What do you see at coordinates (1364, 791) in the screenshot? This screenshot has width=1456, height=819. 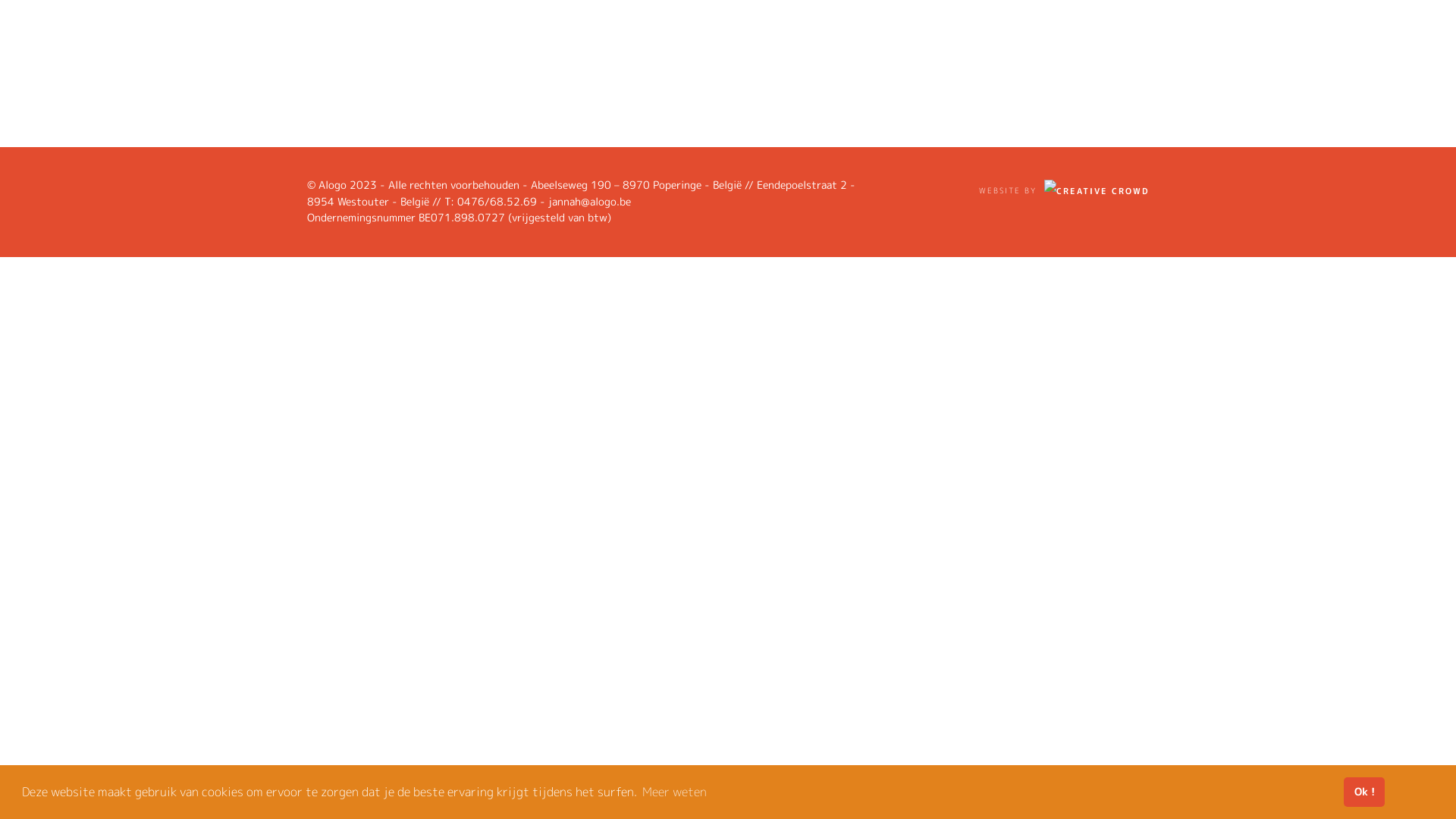 I see `'Ok !'` at bounding box center [1364, 791].